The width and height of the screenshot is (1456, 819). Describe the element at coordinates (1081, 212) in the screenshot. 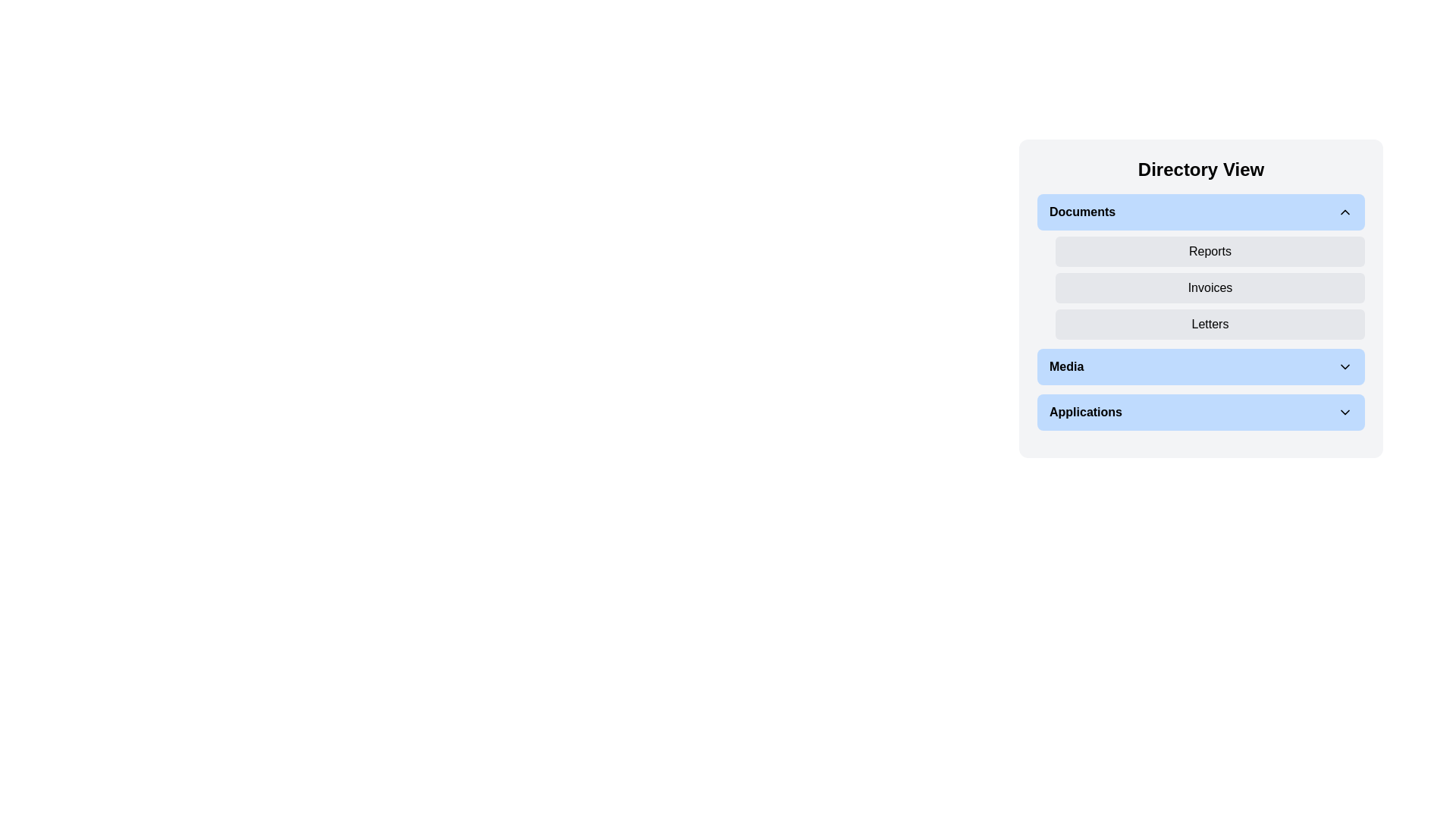

I see `the 'Documents' section header text label in the directory navigation` at that location.